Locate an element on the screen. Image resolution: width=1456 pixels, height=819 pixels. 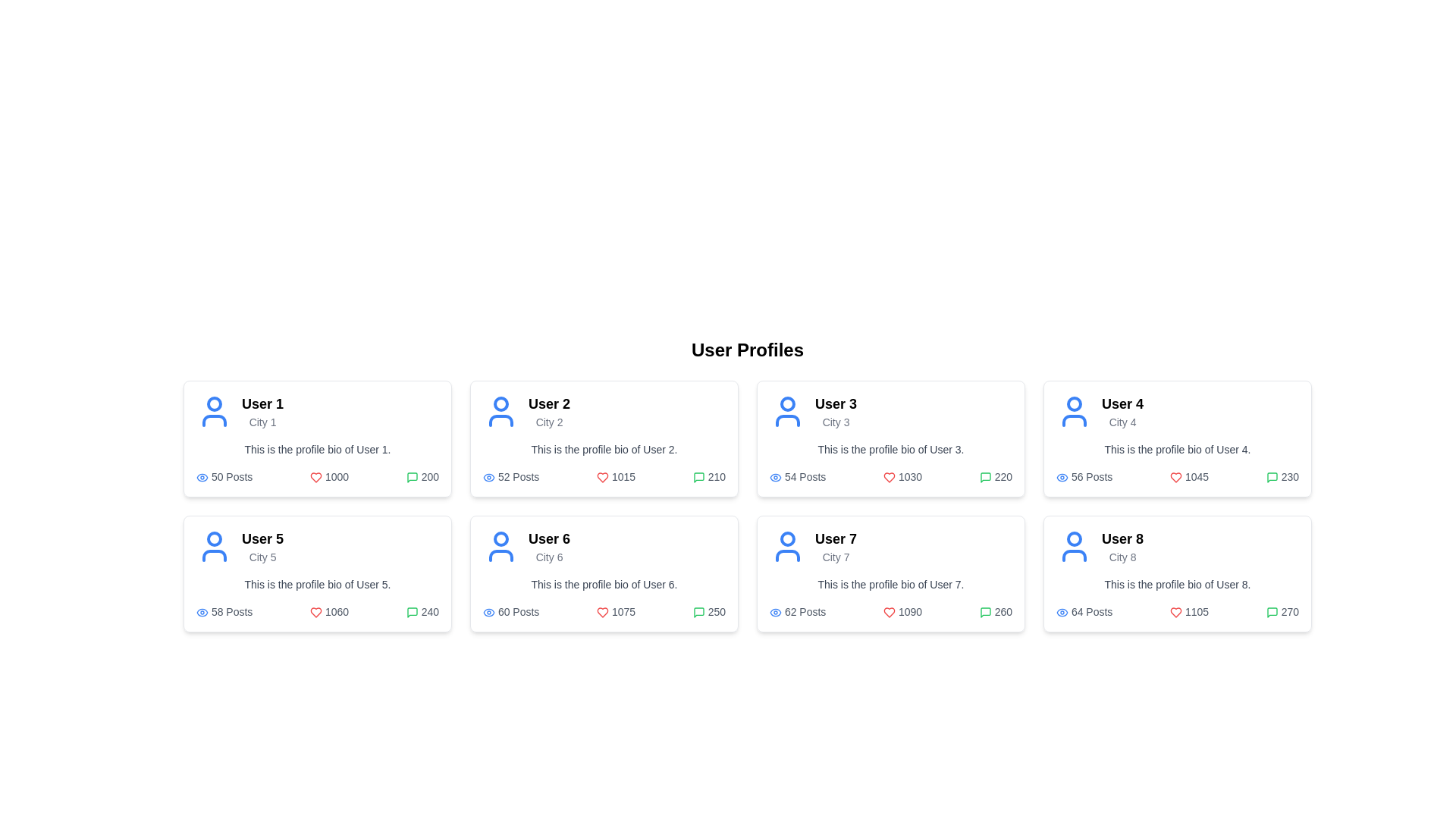
the blue outline eye icon representing visibility in the user profile card for 'User 5' located at the bottom left of the 'User Profiles' section is located at coordinates (202, 611).